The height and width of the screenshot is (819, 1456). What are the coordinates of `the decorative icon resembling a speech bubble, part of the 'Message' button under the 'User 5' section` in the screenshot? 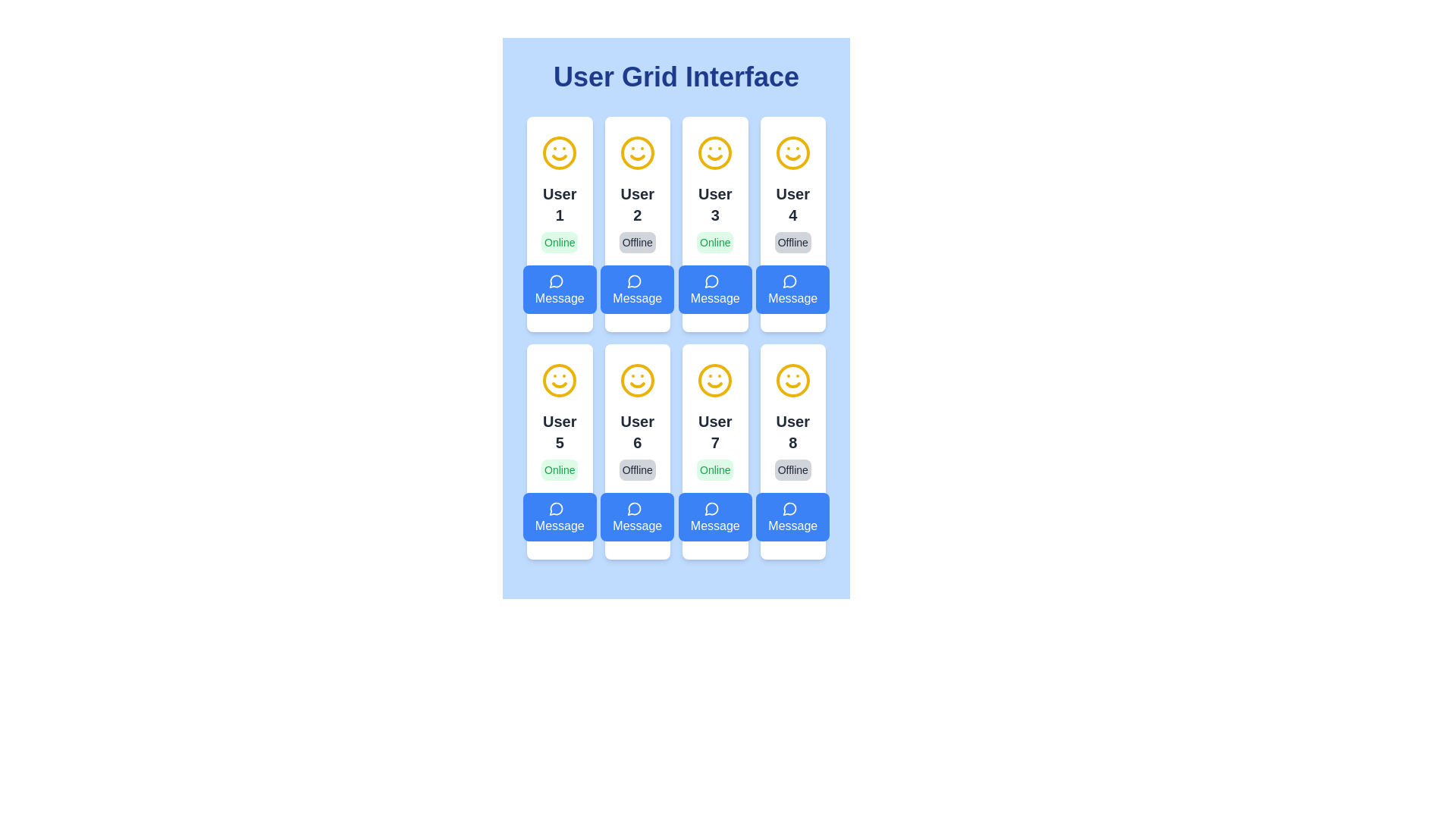 It's located at (555, 509).